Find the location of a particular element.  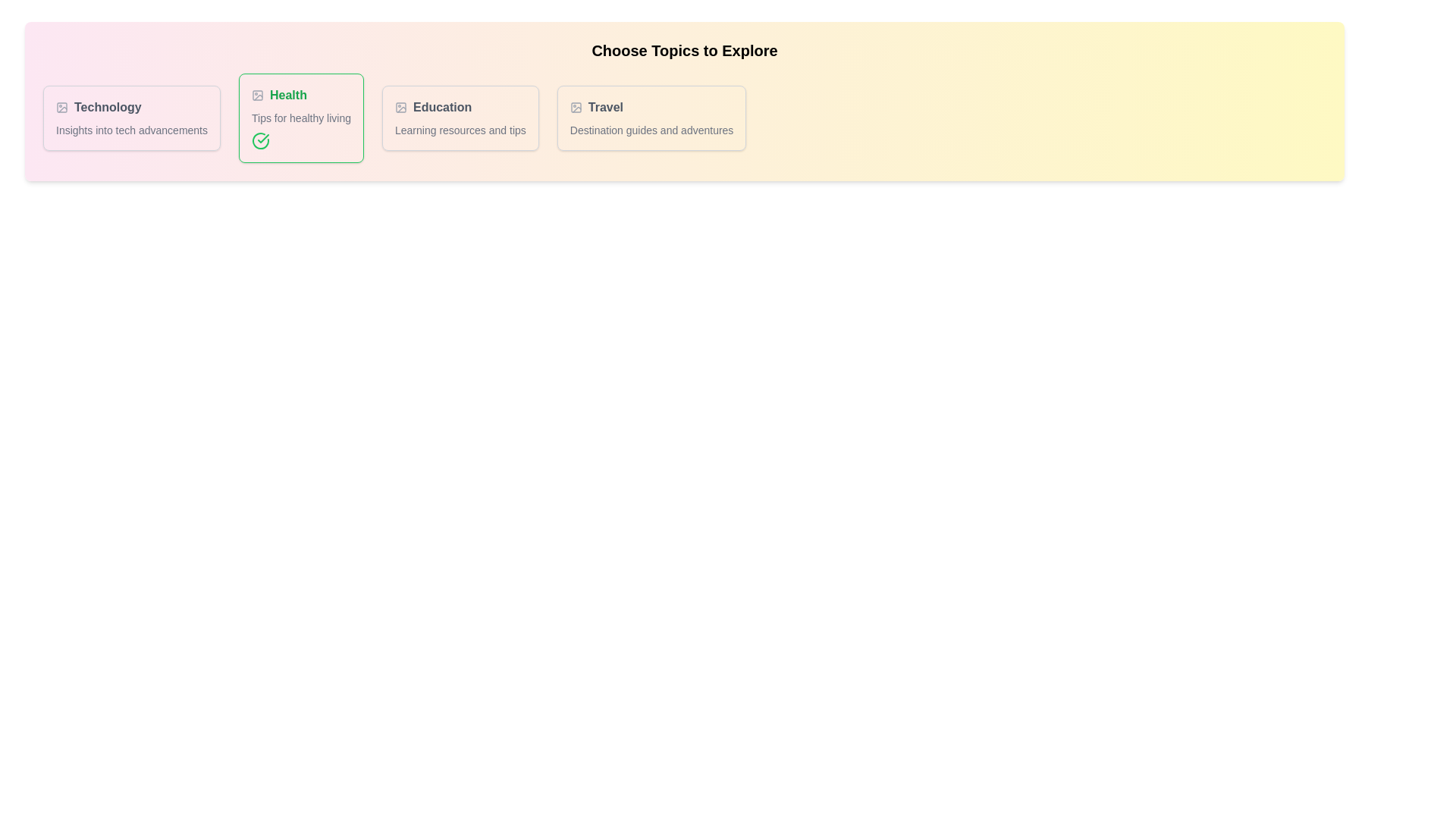

the tag labeled Technology to reveal its additional context is located at coordinates (131, 107).